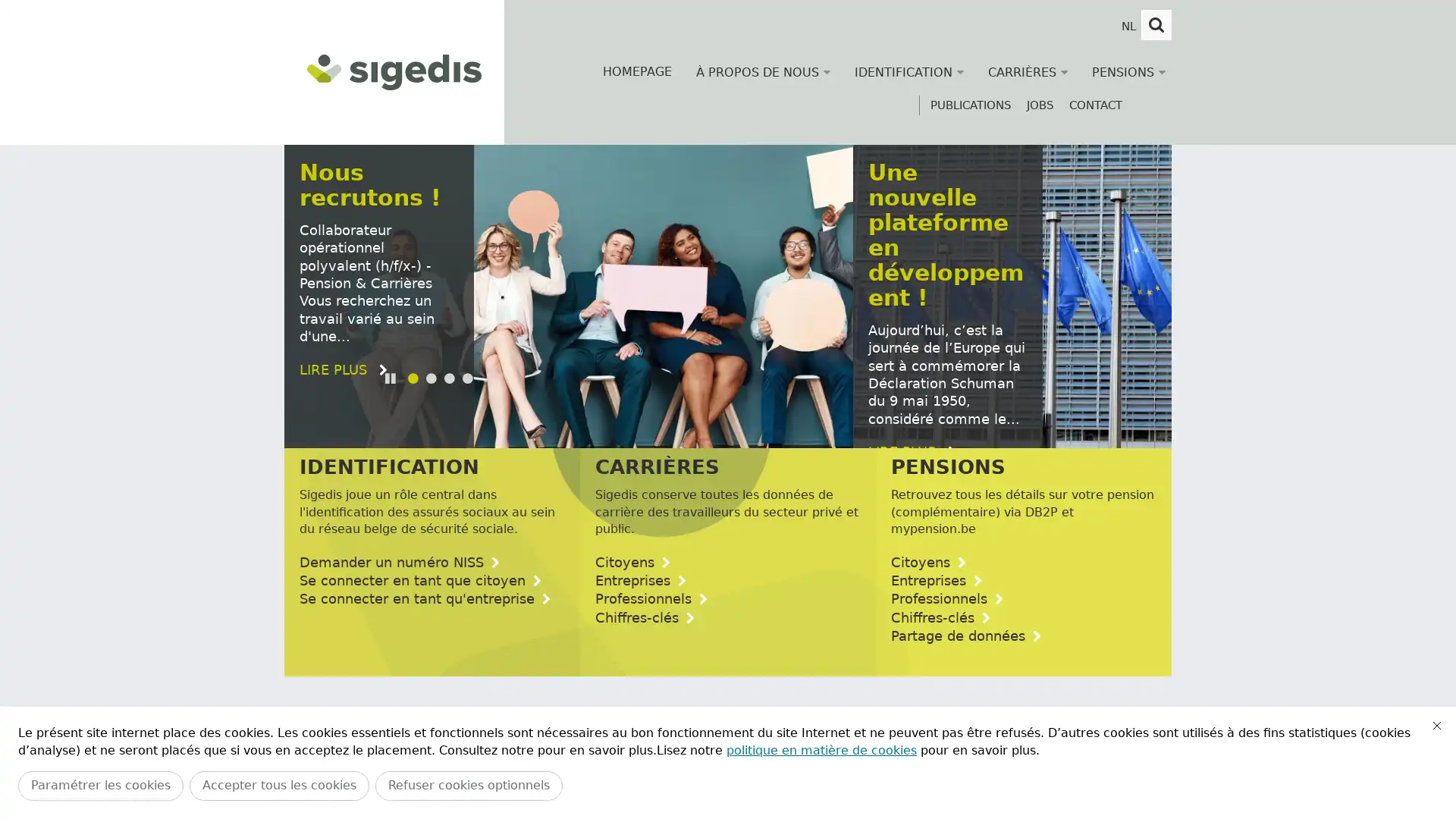 This screenshot has height=819, width=1456. Describe the element at coordinates (1028, 72) in the screenshot. I see `CARRIERES` at that location.